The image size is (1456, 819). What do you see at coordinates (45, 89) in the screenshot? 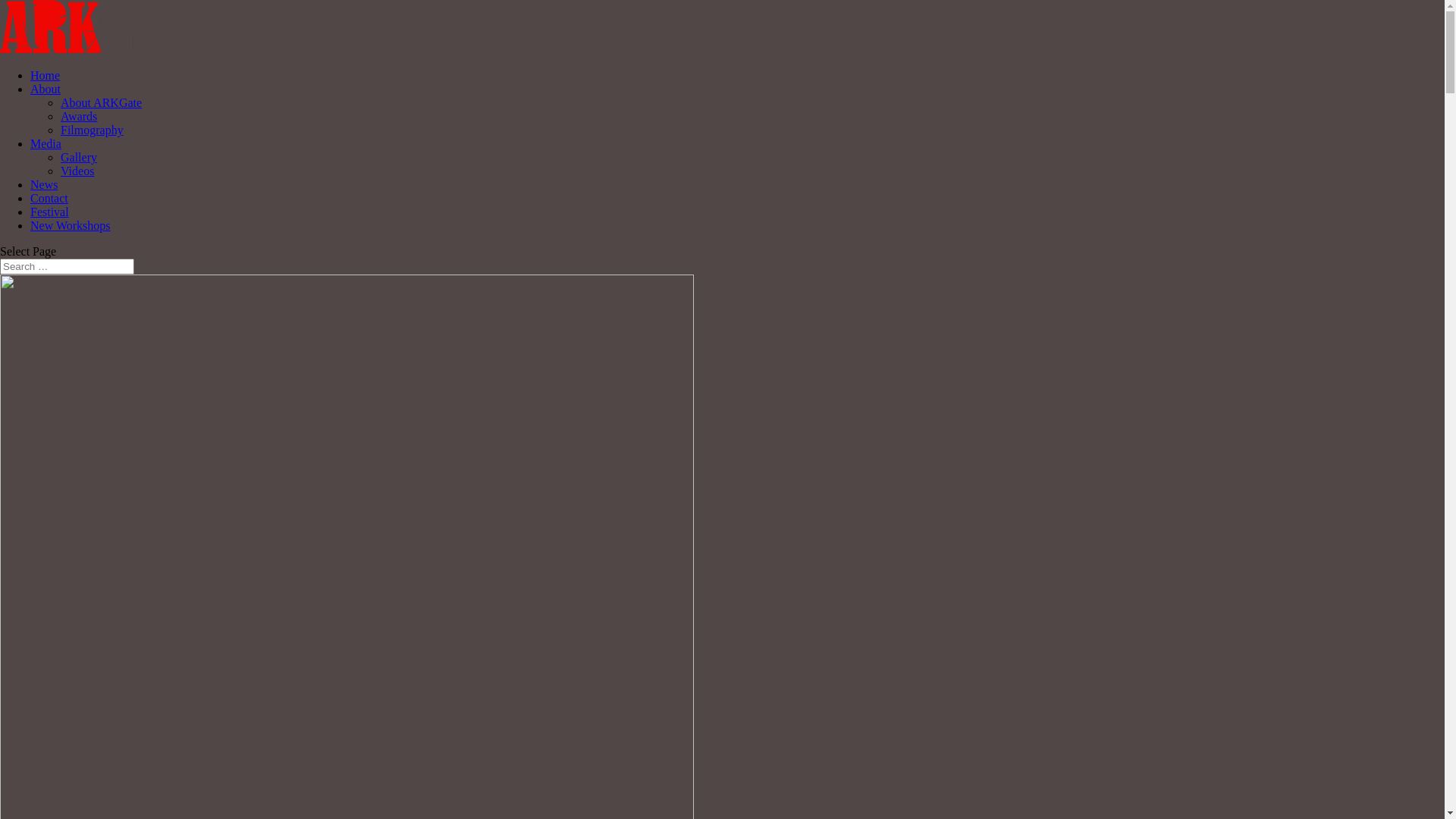
I see `'About'` at bounding box center [45, 89].